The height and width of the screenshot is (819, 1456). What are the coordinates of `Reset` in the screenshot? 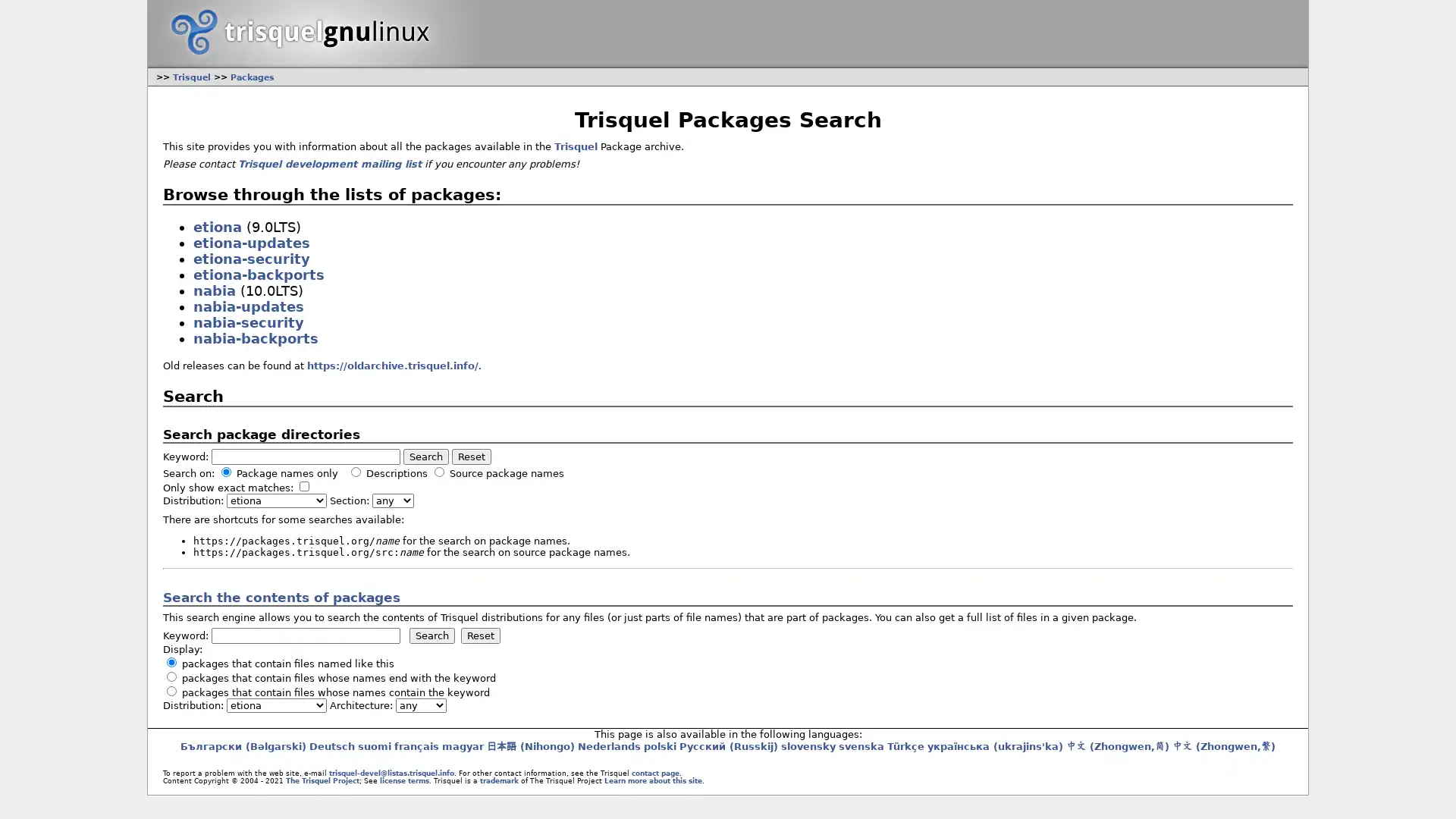 It's located at (469, 456).